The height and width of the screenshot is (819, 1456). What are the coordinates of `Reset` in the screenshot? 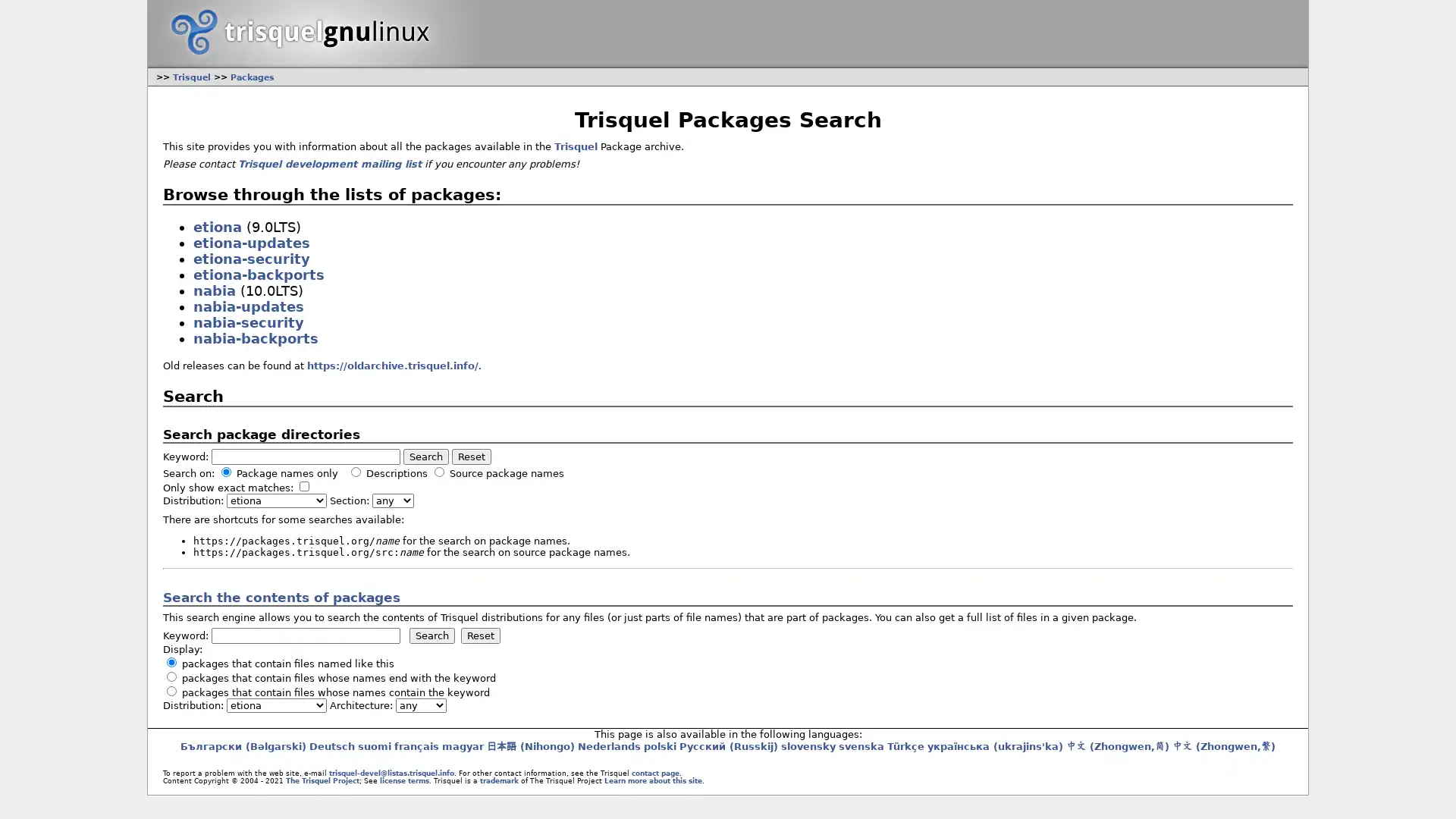 It's located at (469, 456).